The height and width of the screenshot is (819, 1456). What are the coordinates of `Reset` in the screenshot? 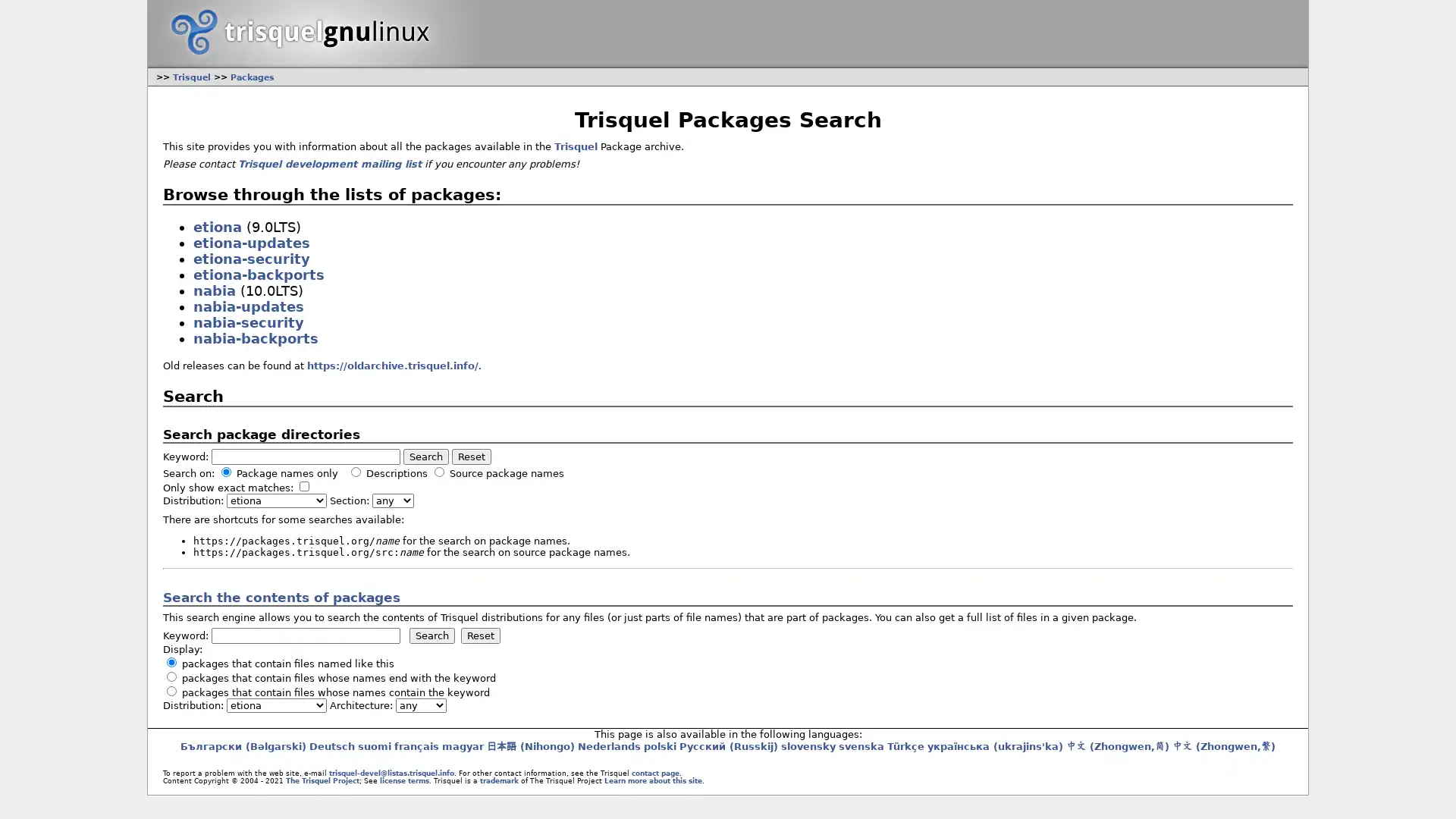 It's located at (469, 456).